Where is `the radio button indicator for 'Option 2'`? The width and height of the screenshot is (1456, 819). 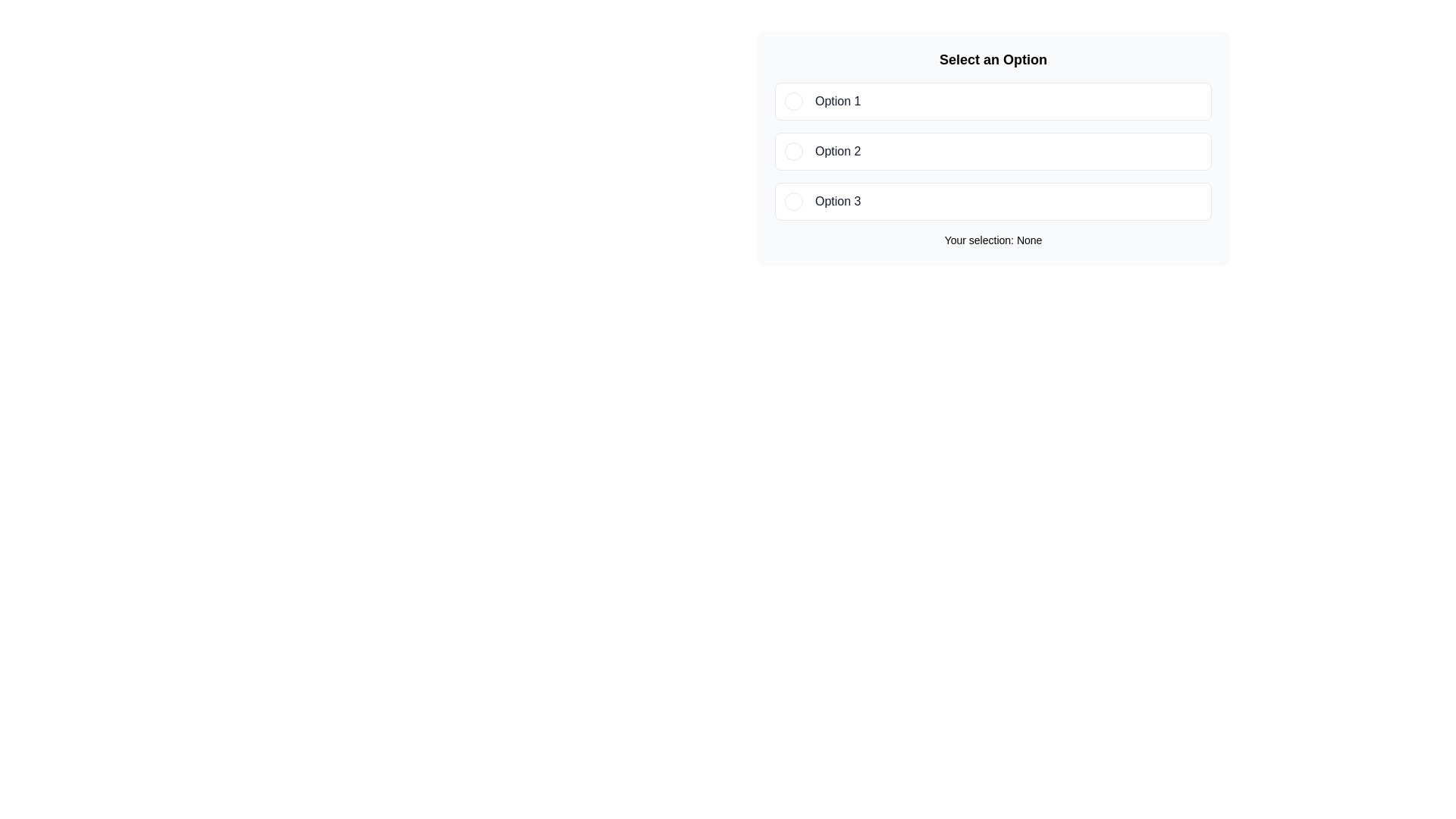
the radio button indicator for 'Option 2' is located at coordinates (792, 152).